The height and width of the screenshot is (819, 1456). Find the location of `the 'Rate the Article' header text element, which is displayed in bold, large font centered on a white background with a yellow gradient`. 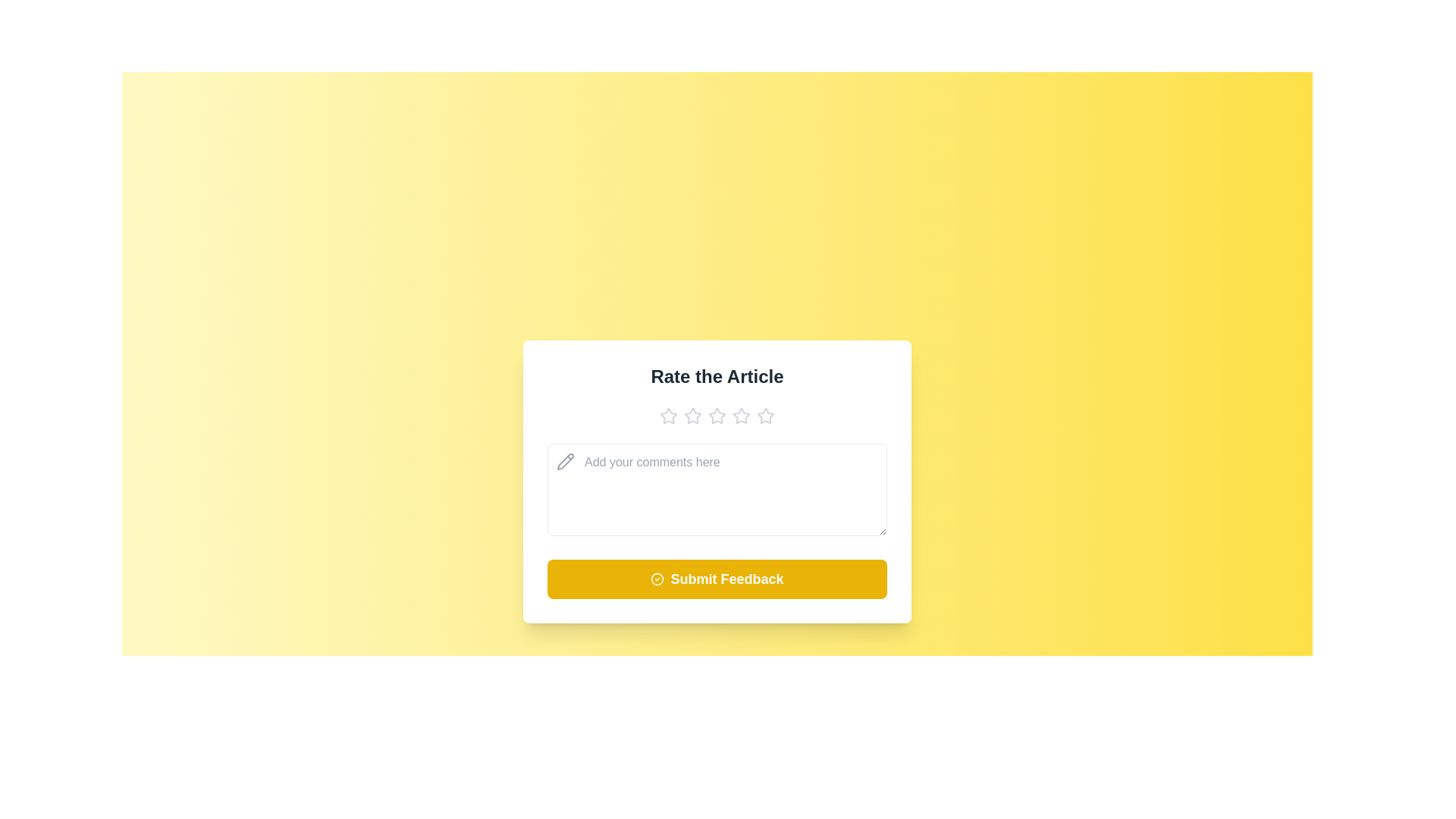

the 'Rate the Article' header text element, which is displayed in bold, large font centered on a white background with a yellow gradient is located at coordinates (716, 375).